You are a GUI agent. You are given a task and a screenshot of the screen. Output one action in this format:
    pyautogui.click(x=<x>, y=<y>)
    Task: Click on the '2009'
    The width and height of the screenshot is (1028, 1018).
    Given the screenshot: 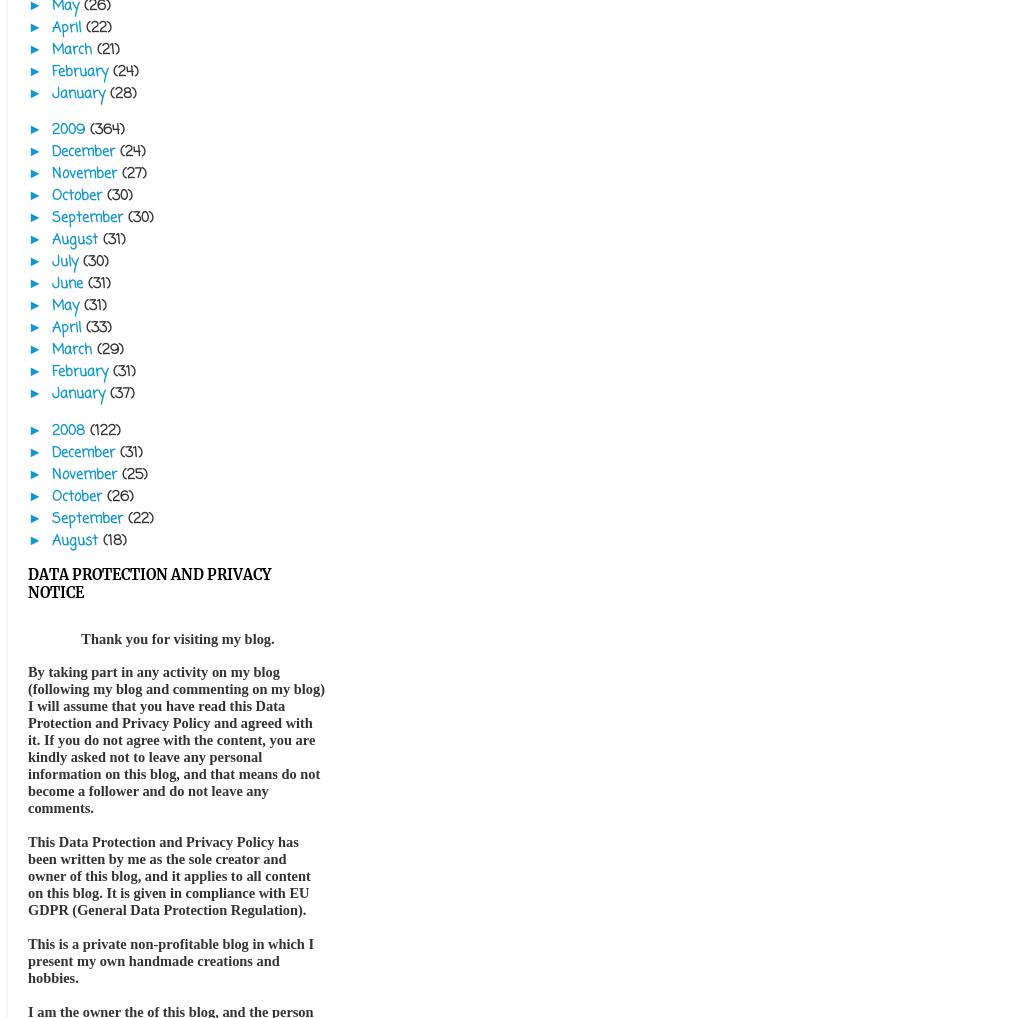 What is the action you would take?
    pyautogui.click(x=52, y=128)
    